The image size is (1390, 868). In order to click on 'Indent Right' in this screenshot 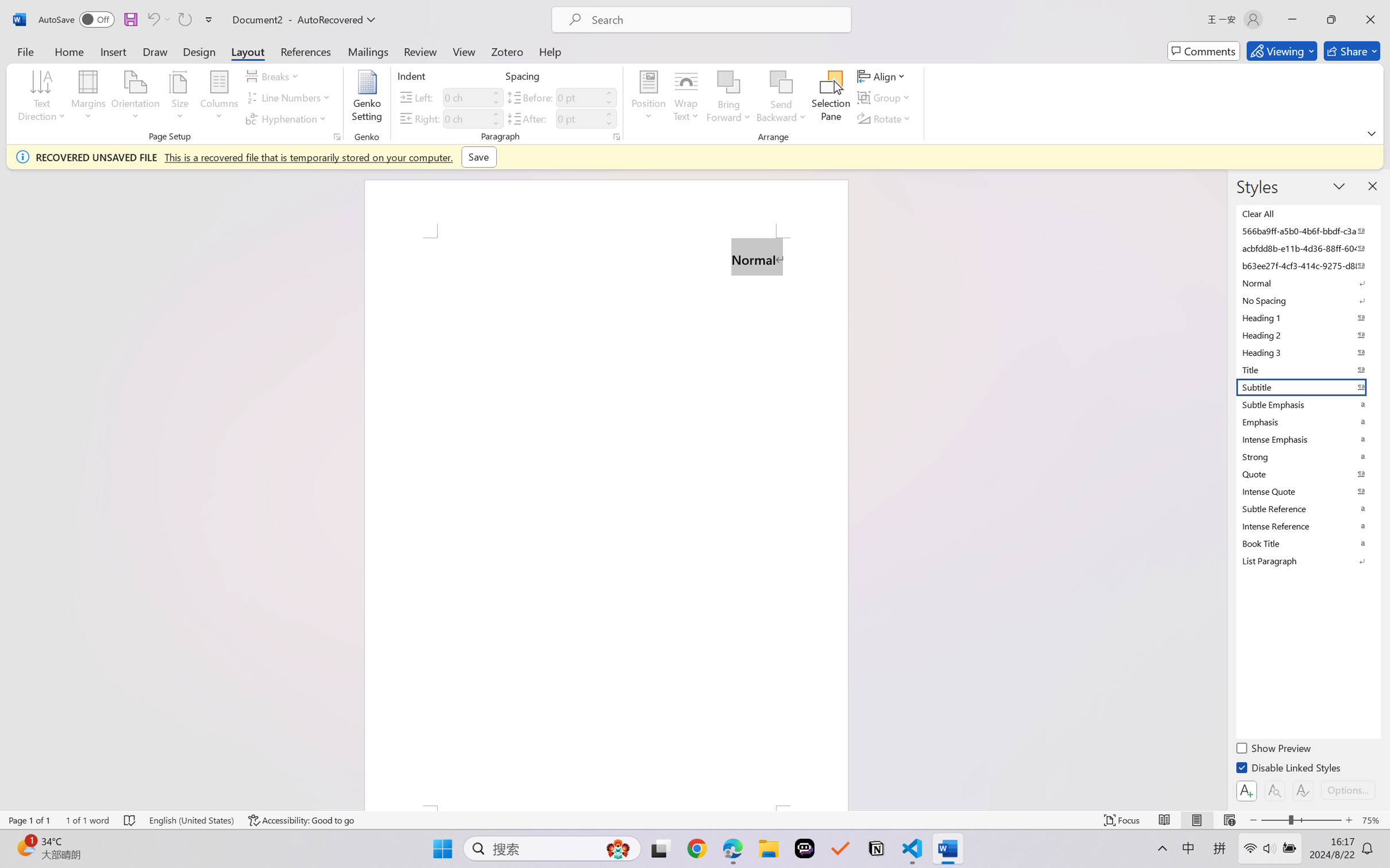, I will do `click(465, 118)`.